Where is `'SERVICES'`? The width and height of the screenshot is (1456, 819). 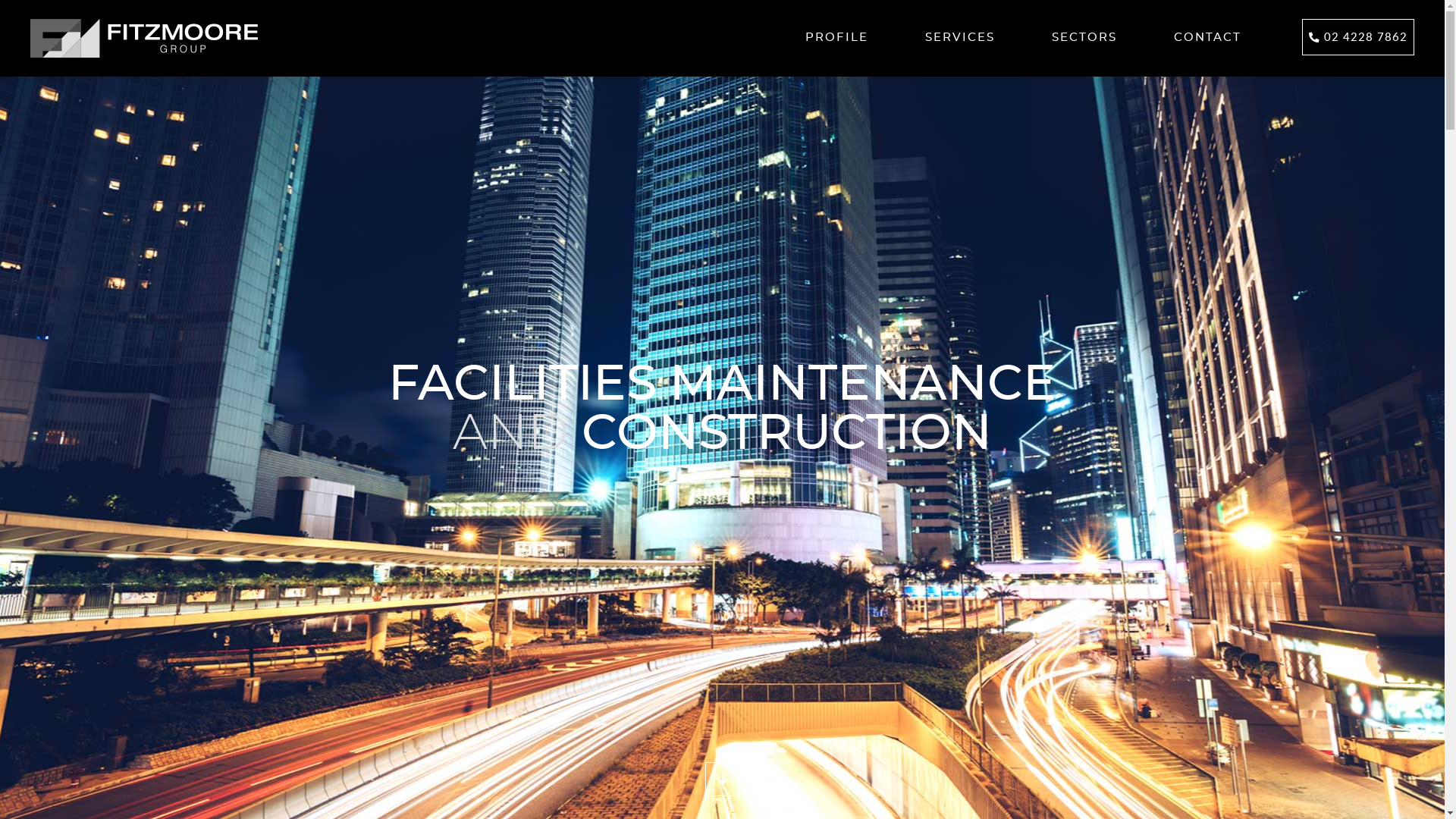
'SERVICES' is located at coordinates (895, 36).